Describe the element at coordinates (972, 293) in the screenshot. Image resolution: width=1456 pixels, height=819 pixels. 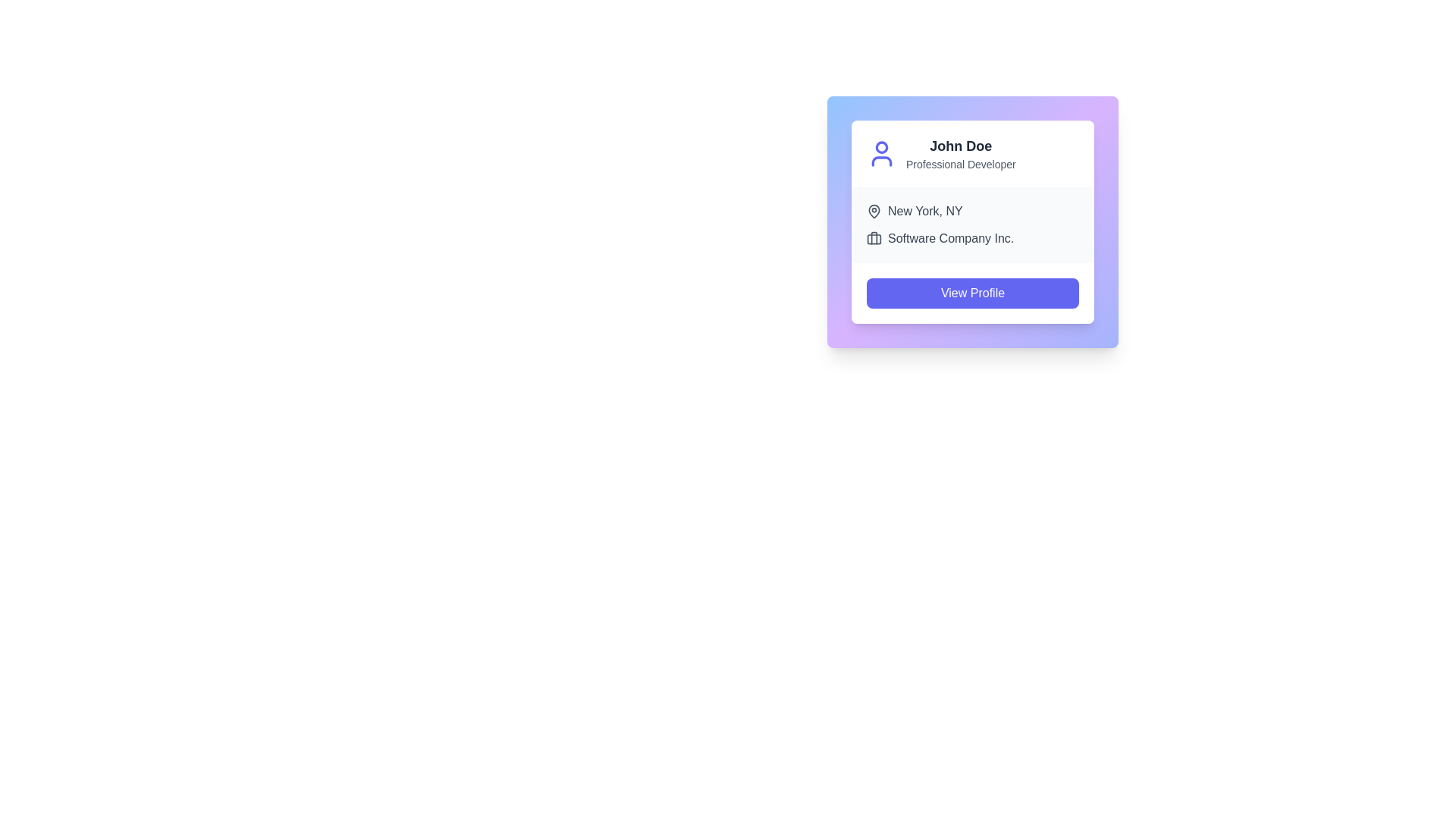
I see `the button located at the bottom of the card displaying user profile details for John Doe to observe the hover effect` at that location.